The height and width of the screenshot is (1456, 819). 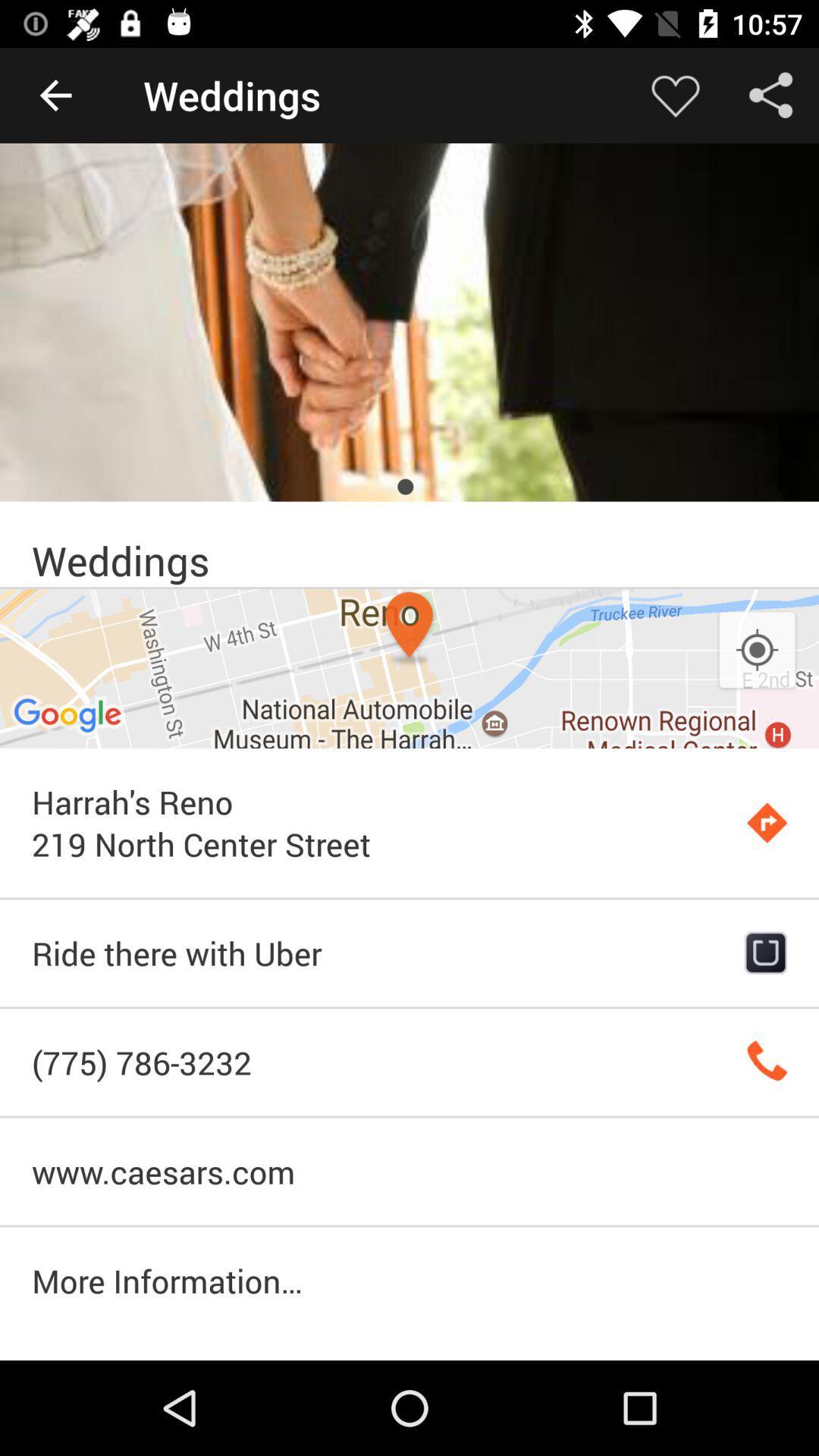 I want to click on item above the weddings, so click(x=409, y=322).